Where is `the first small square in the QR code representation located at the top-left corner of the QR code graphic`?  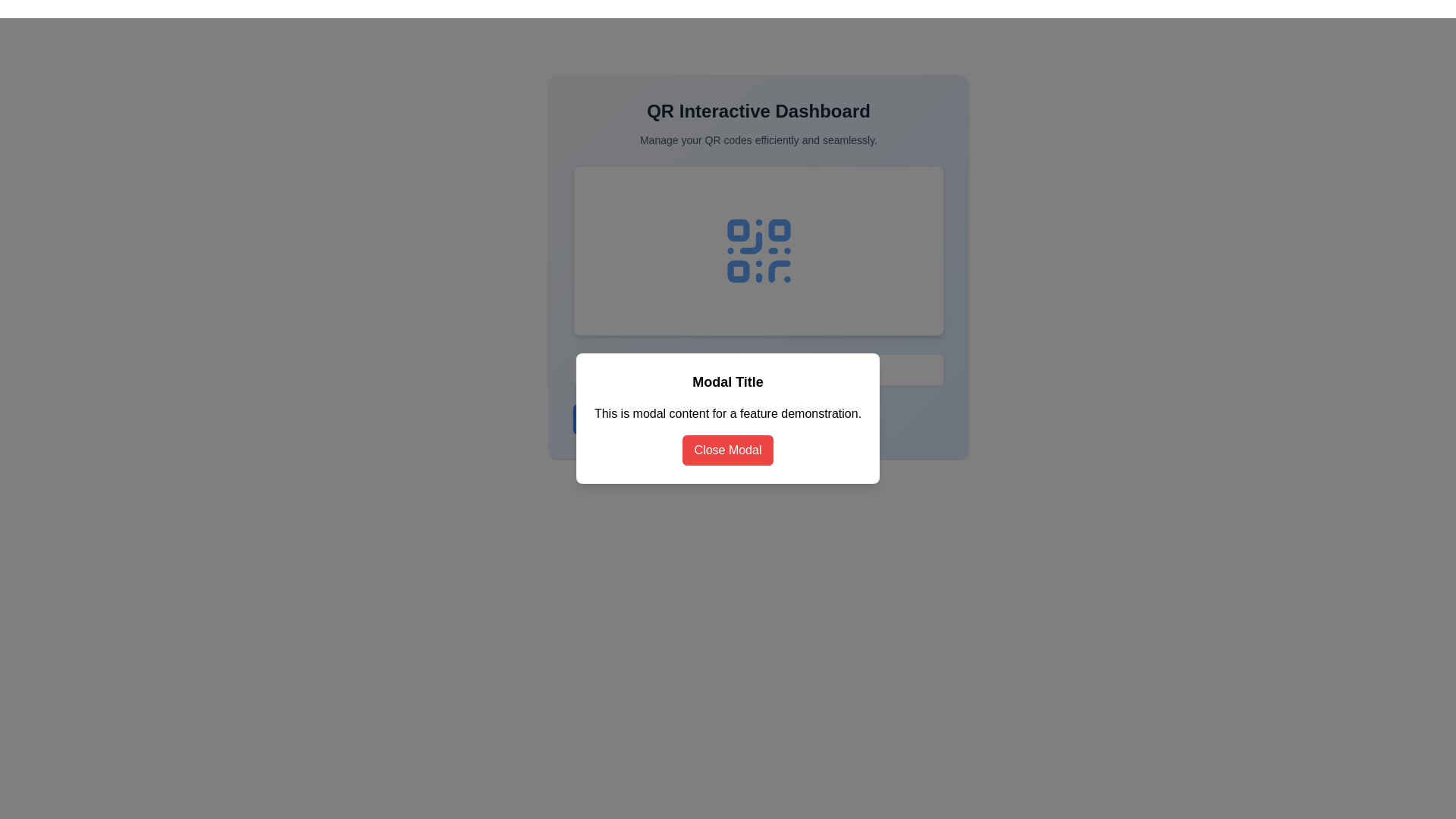
the first small square in the QR code representation located at the top-left corner of the QR code graphic is located at coordinates (738, 230).